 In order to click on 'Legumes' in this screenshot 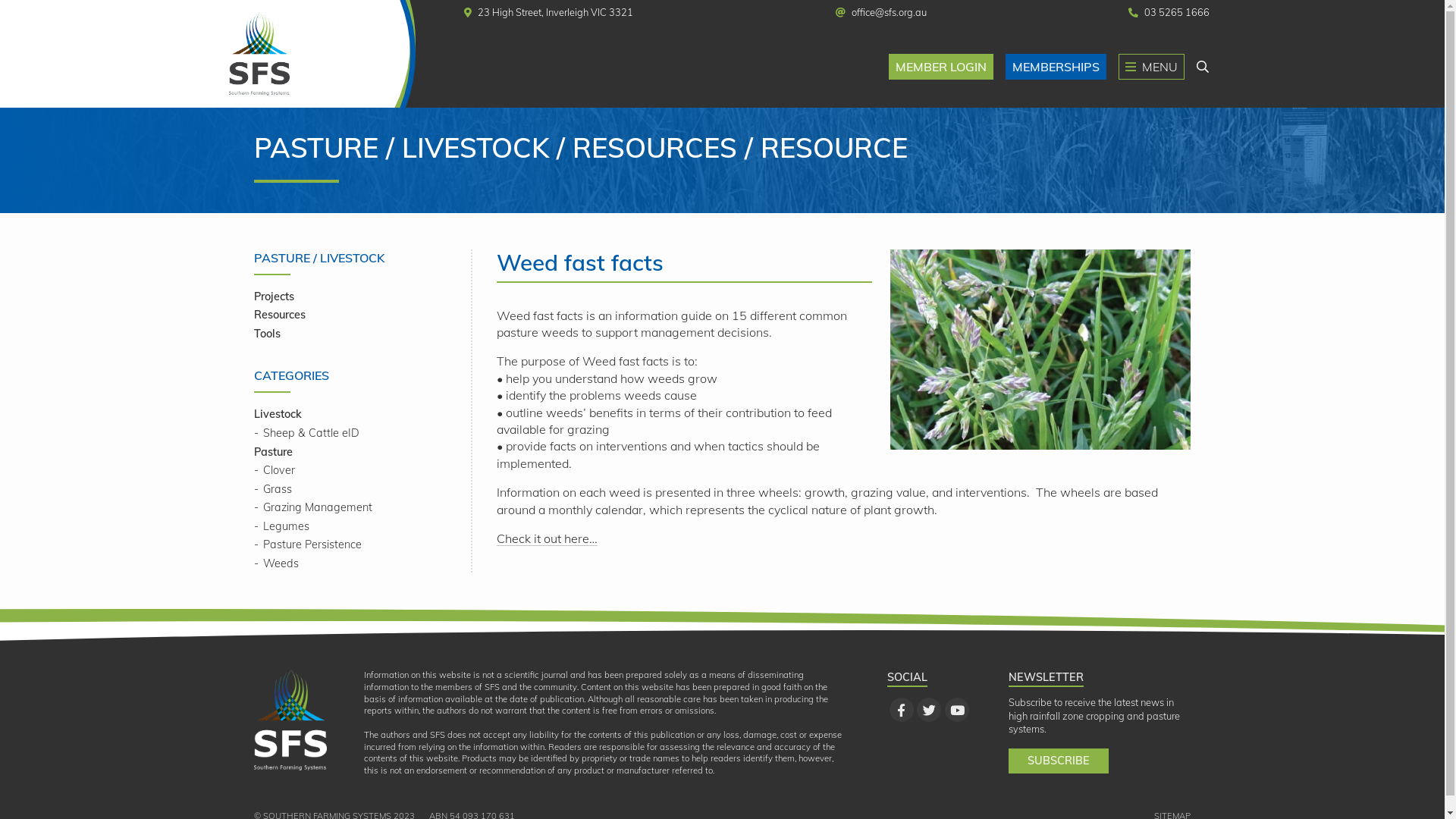, I will do `click(254, 526)`.